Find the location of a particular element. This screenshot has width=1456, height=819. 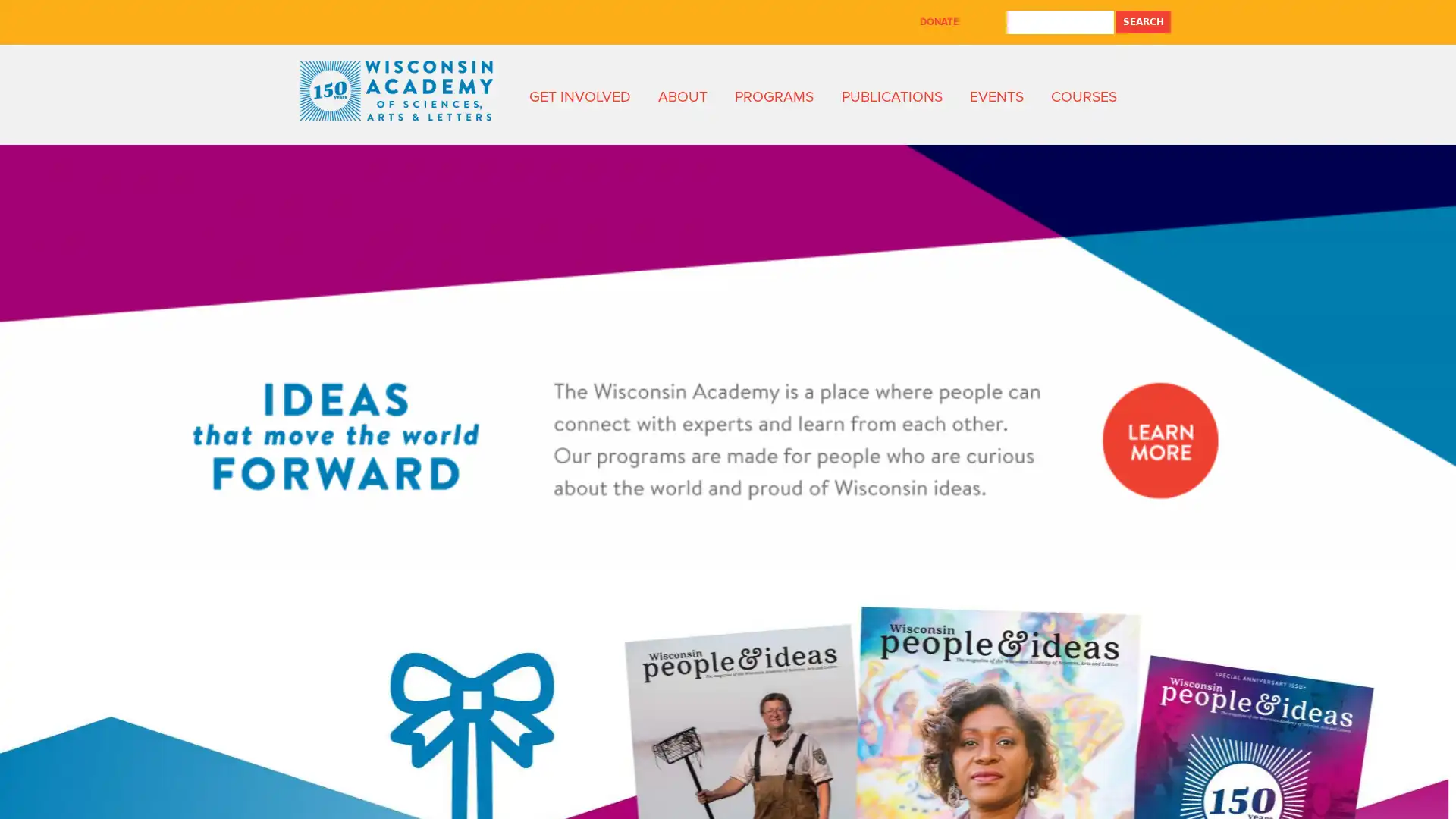

Search is located at coordinates (1143, 22).